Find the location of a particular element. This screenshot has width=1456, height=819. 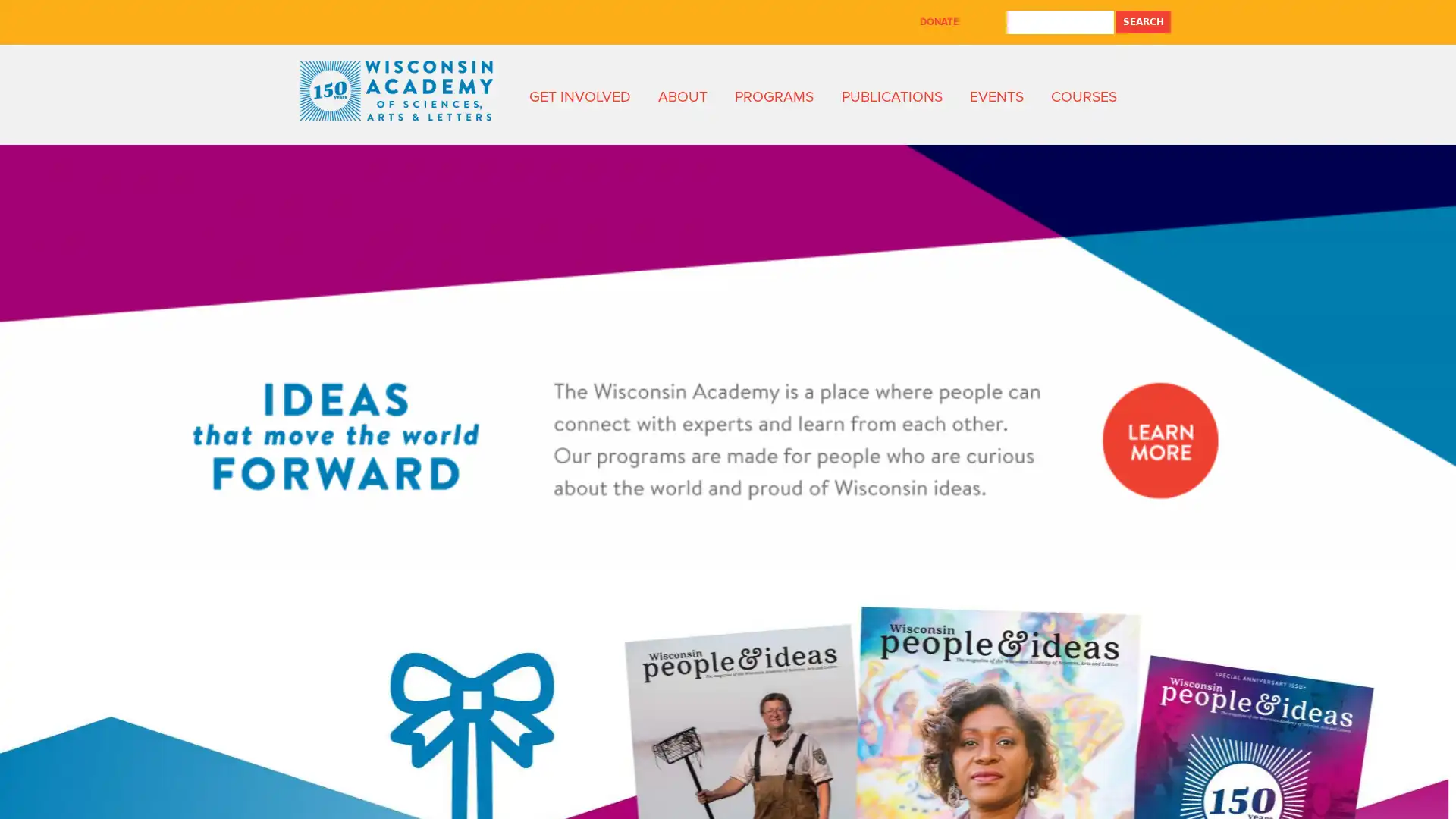

Search is located at coordinates (1143, 22).